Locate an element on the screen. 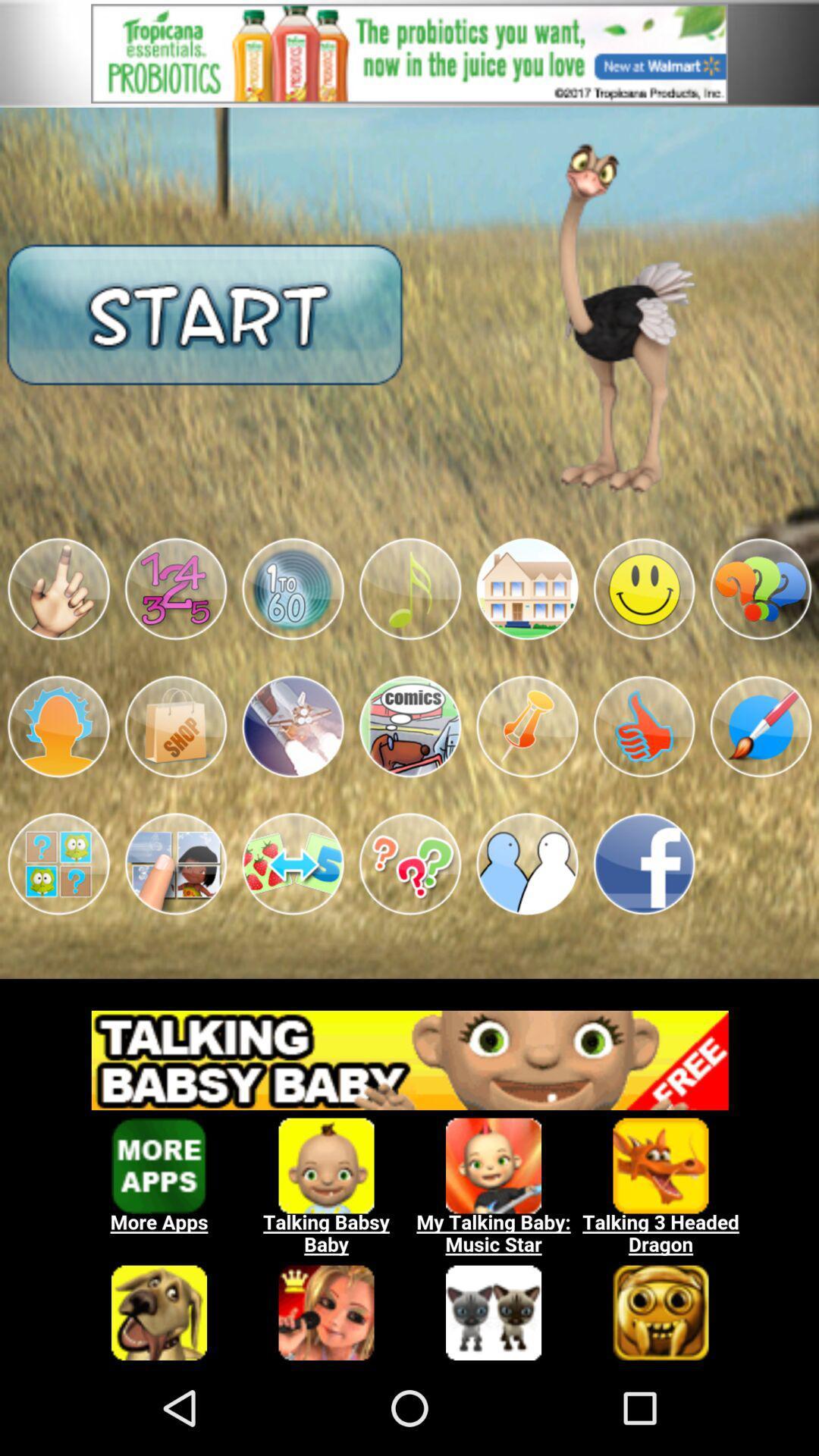 This screenshot has width=819, height=1456. for image is located at coordinates (644, 726).